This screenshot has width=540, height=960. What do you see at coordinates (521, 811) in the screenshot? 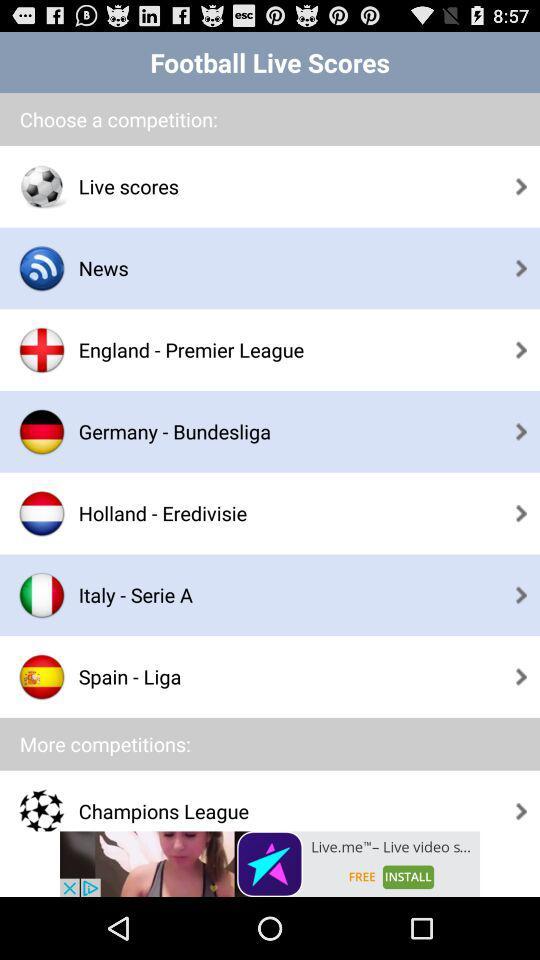
I see `icon right to champions league` at bounding box center [521, 811].